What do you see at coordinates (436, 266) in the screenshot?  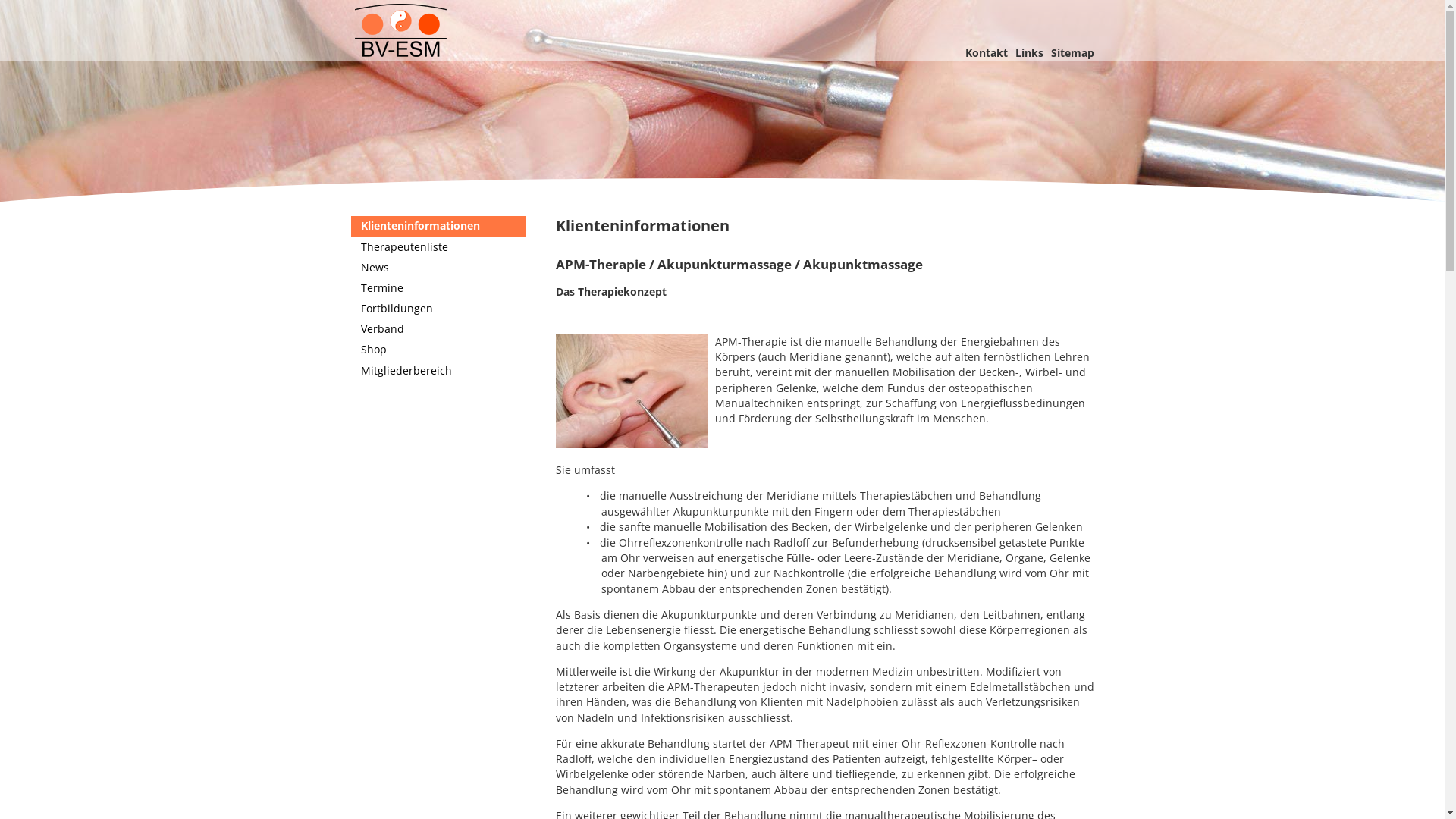 I see `'News'` at bounding box center [436, 266].